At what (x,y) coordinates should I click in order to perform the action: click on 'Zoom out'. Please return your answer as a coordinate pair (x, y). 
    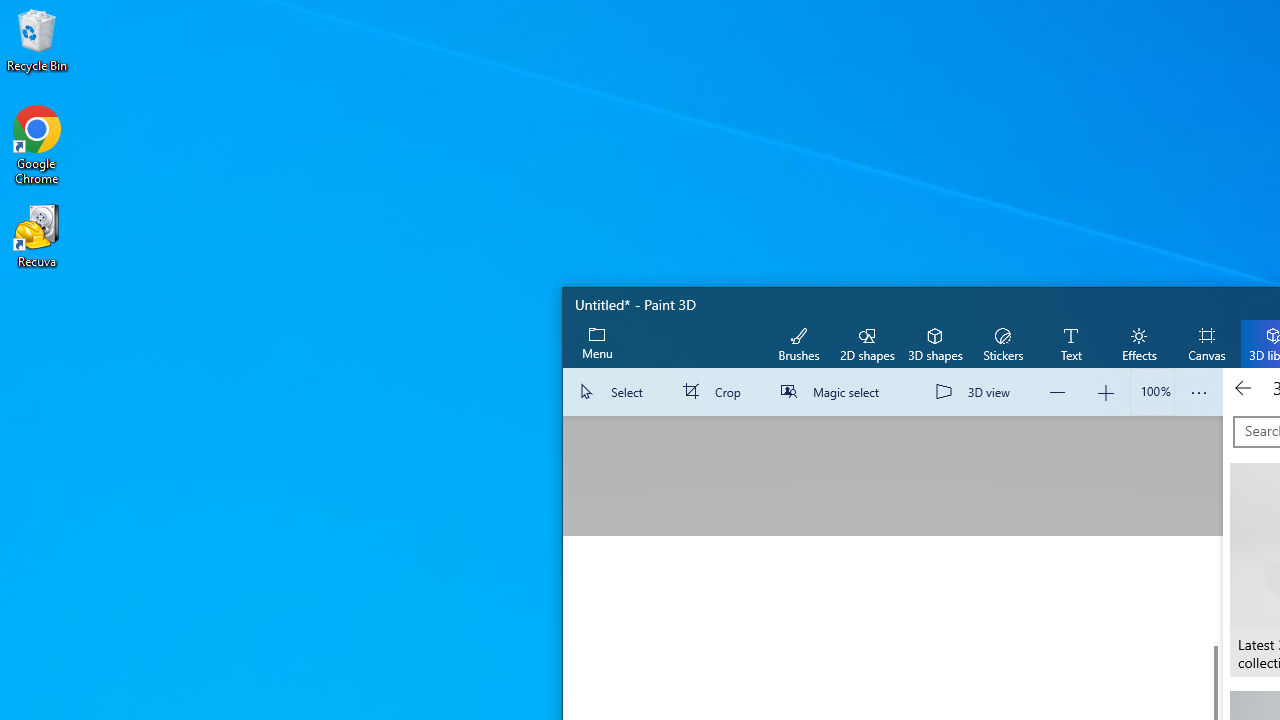
    Looking at the image, I should click on (1056, 392).